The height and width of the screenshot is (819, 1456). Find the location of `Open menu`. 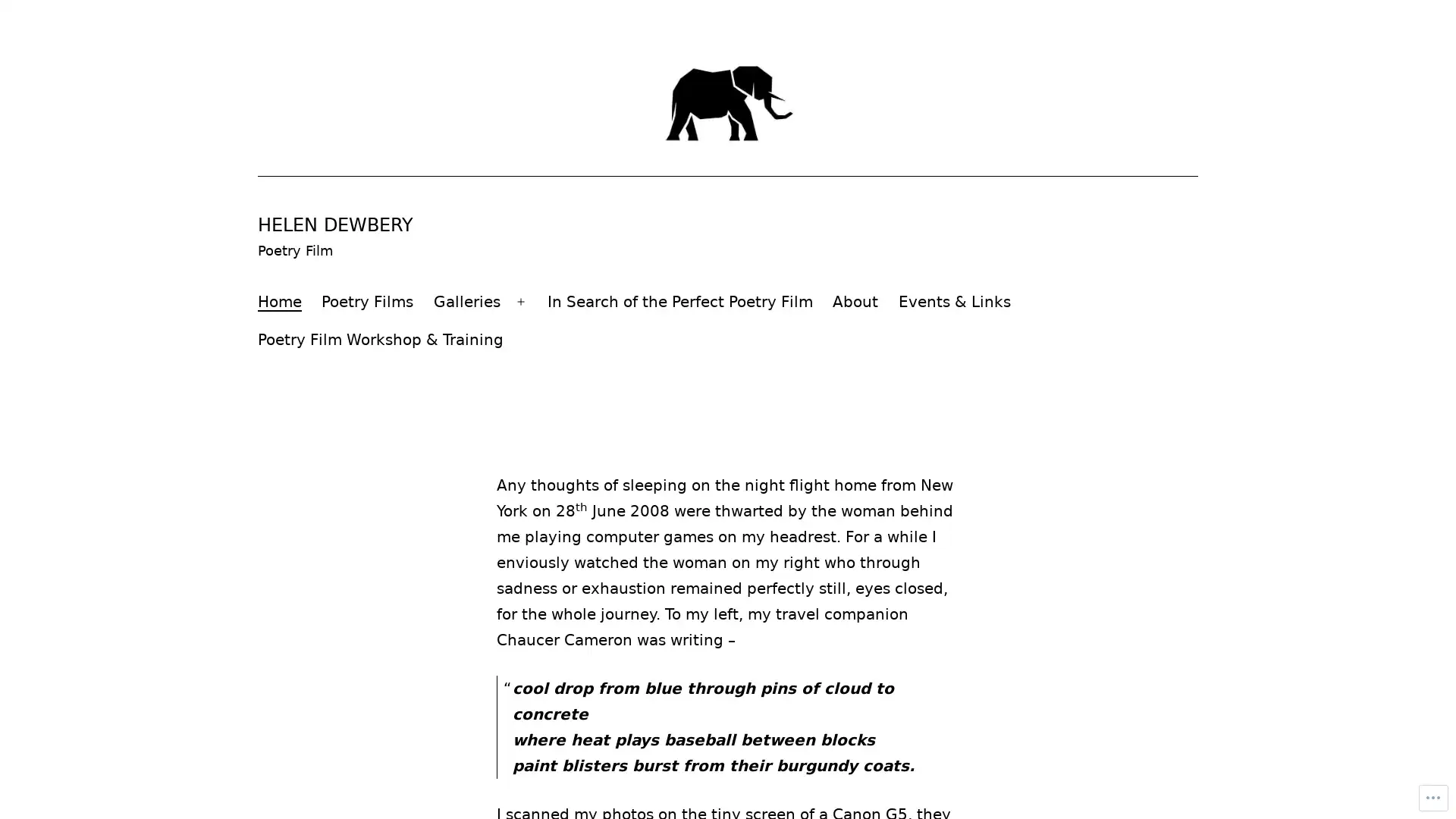

Open menu is located at coordinates (520, 301).